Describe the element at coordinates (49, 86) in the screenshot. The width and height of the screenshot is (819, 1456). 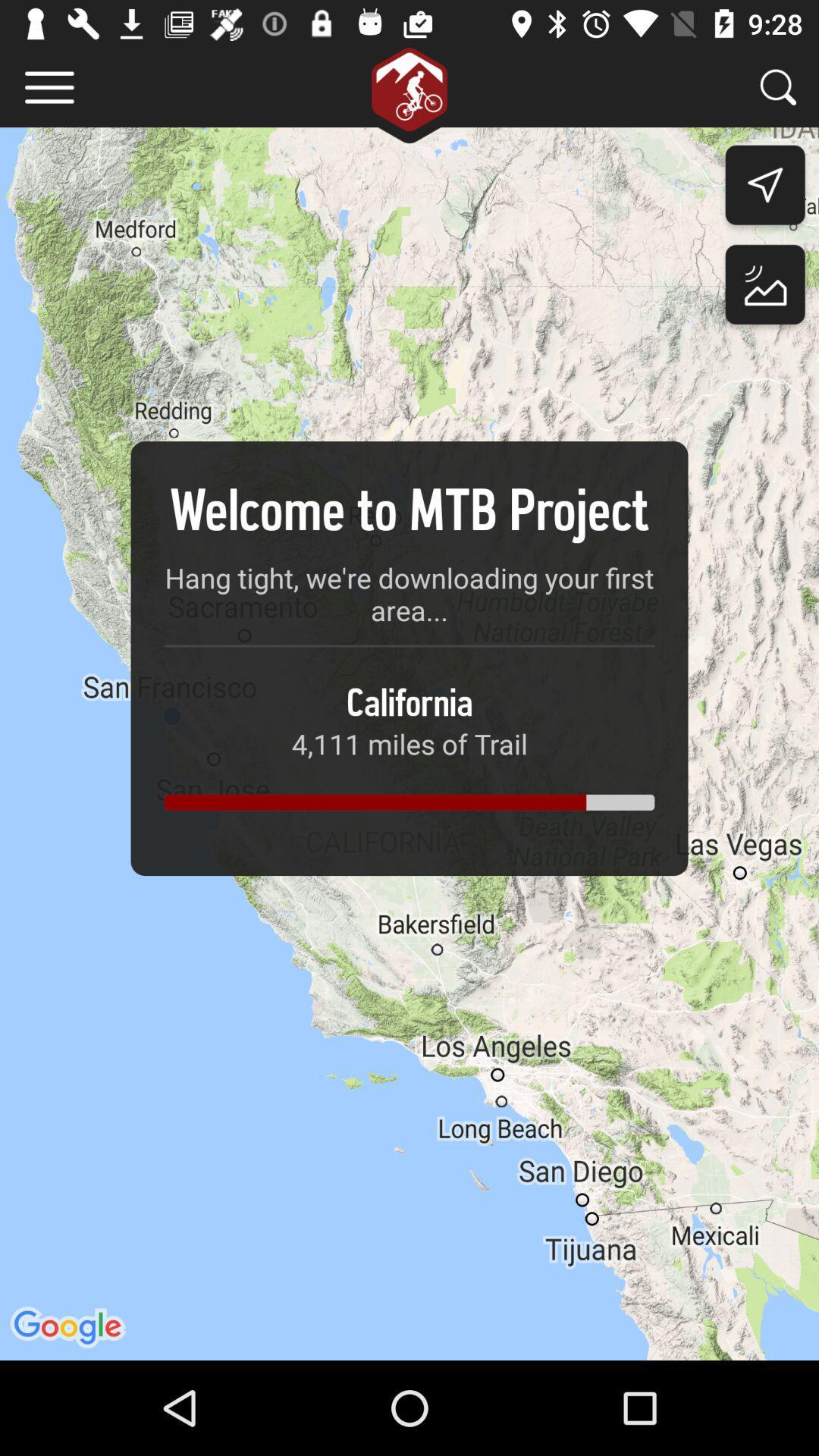
I see `click for options` at that location.